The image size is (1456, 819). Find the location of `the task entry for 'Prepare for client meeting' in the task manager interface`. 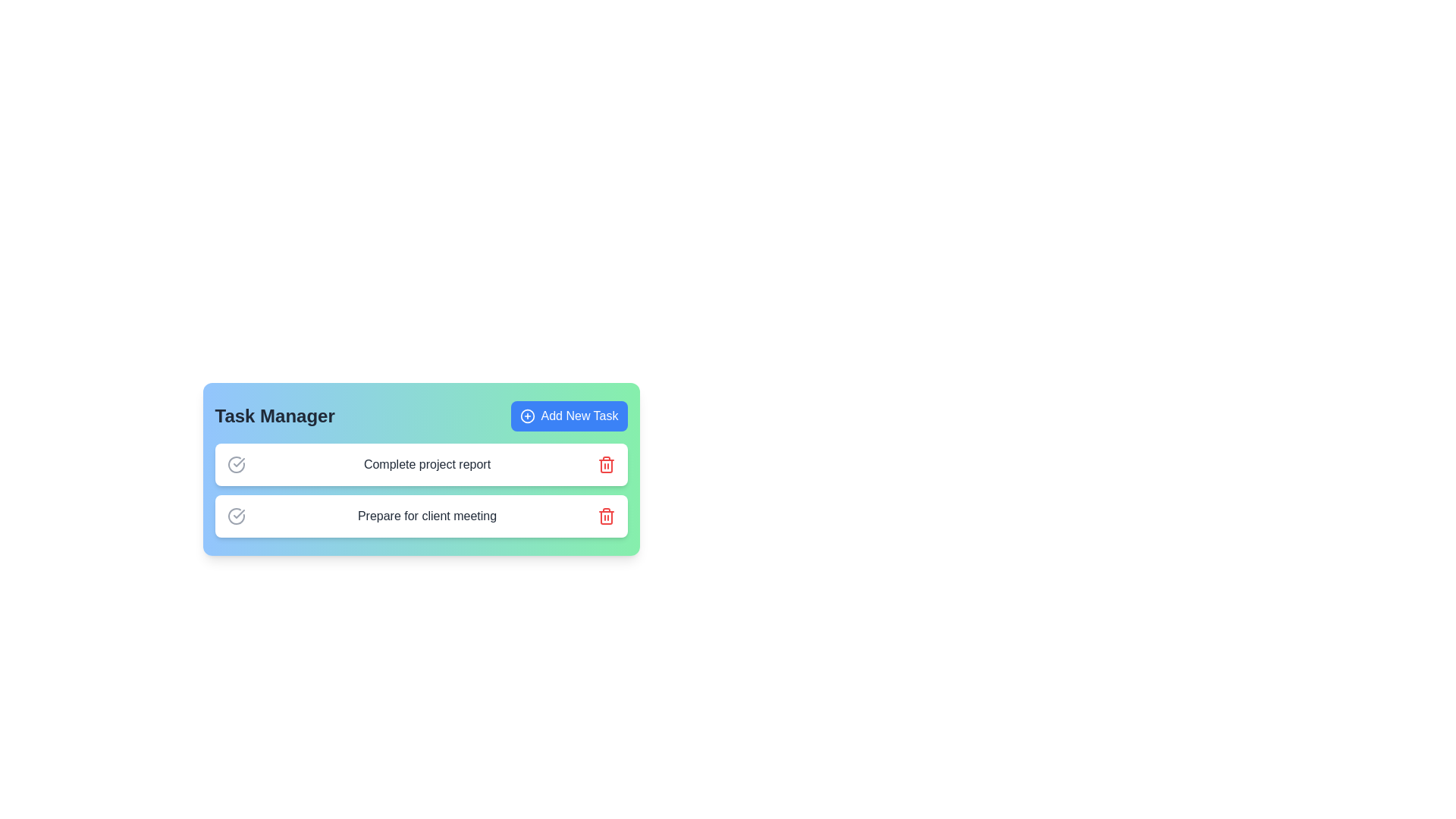

the task entry for 'Prepare for client meeting' in the task manager interface is located at coordinates (421, 516).